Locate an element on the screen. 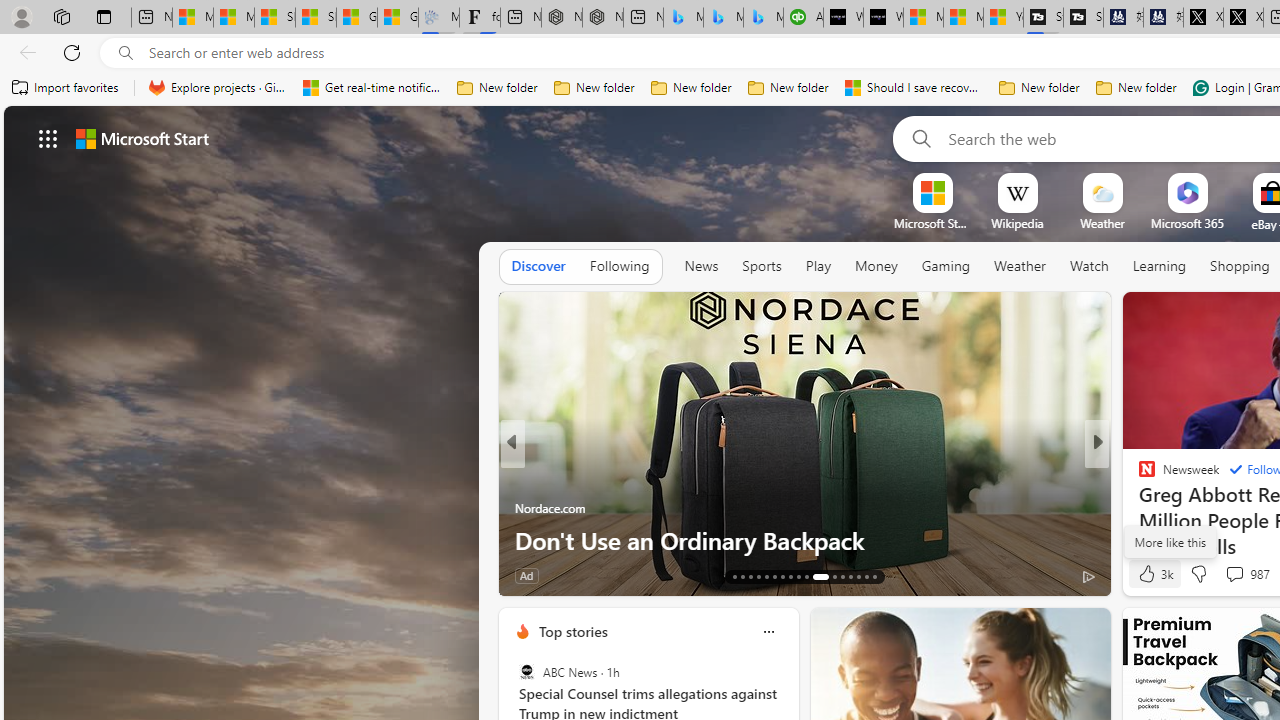 This screenshot has height=720, width=1280. 'POLITICO' is located at coordinates (1138, 475).